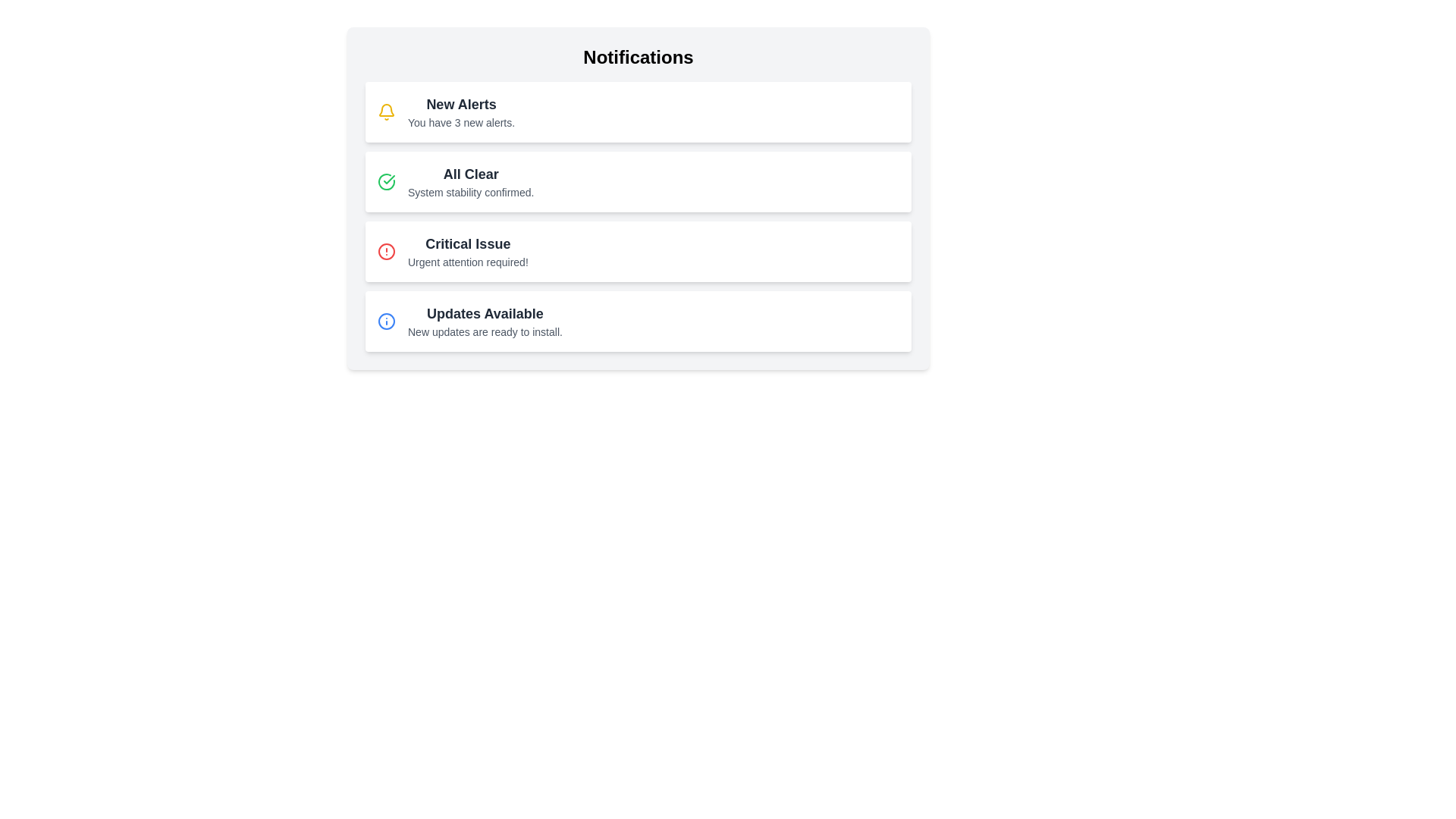  I want to click on red circular icon with an alert symbol located on the left side of the card titled 'Critical Issue' in the notification panel, so click(386, 250).